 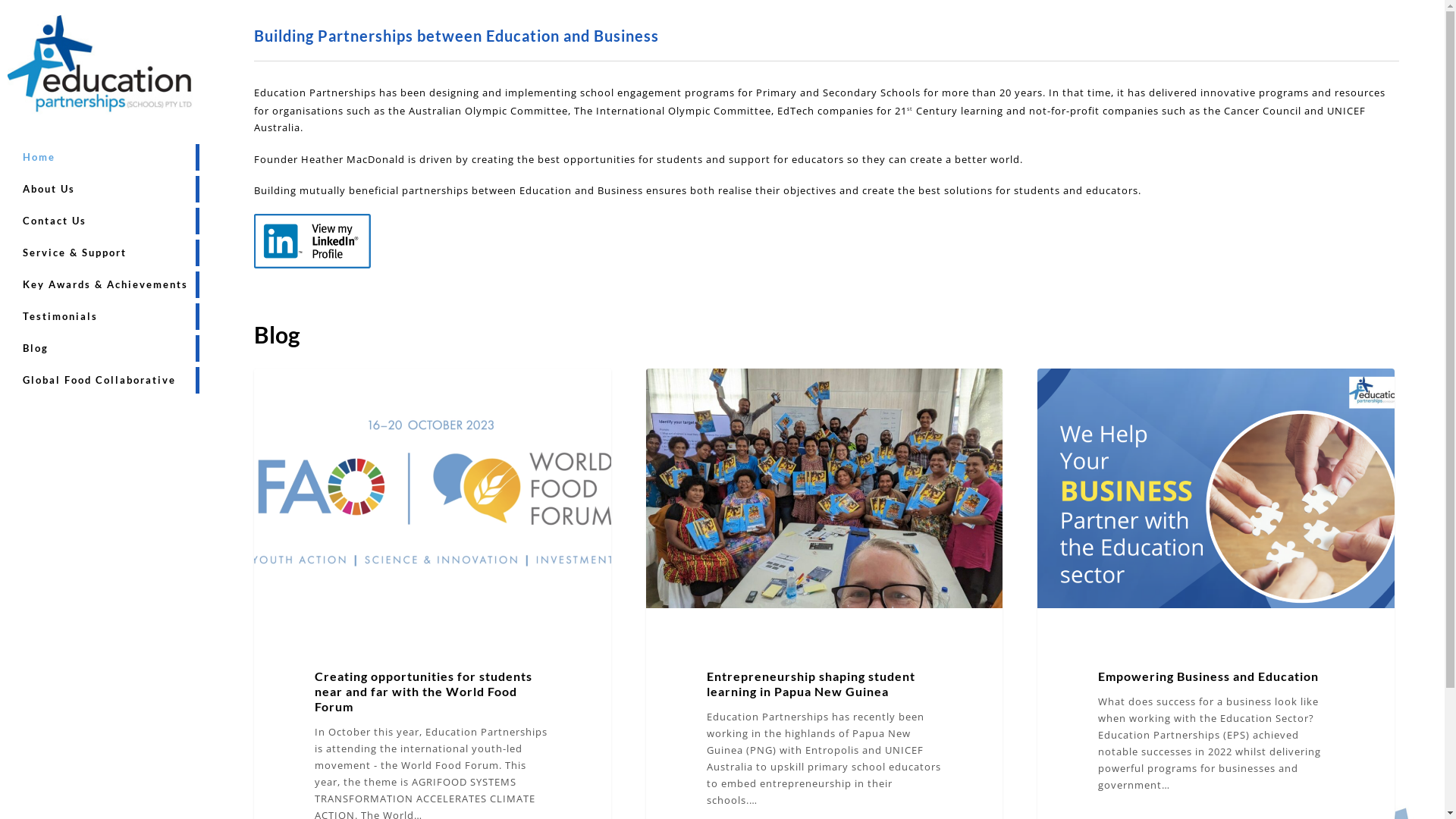 What do you see at coordinates (60, 315) in the screenshot?
I see `'Testimonials'` at bounding box center [60, 315].